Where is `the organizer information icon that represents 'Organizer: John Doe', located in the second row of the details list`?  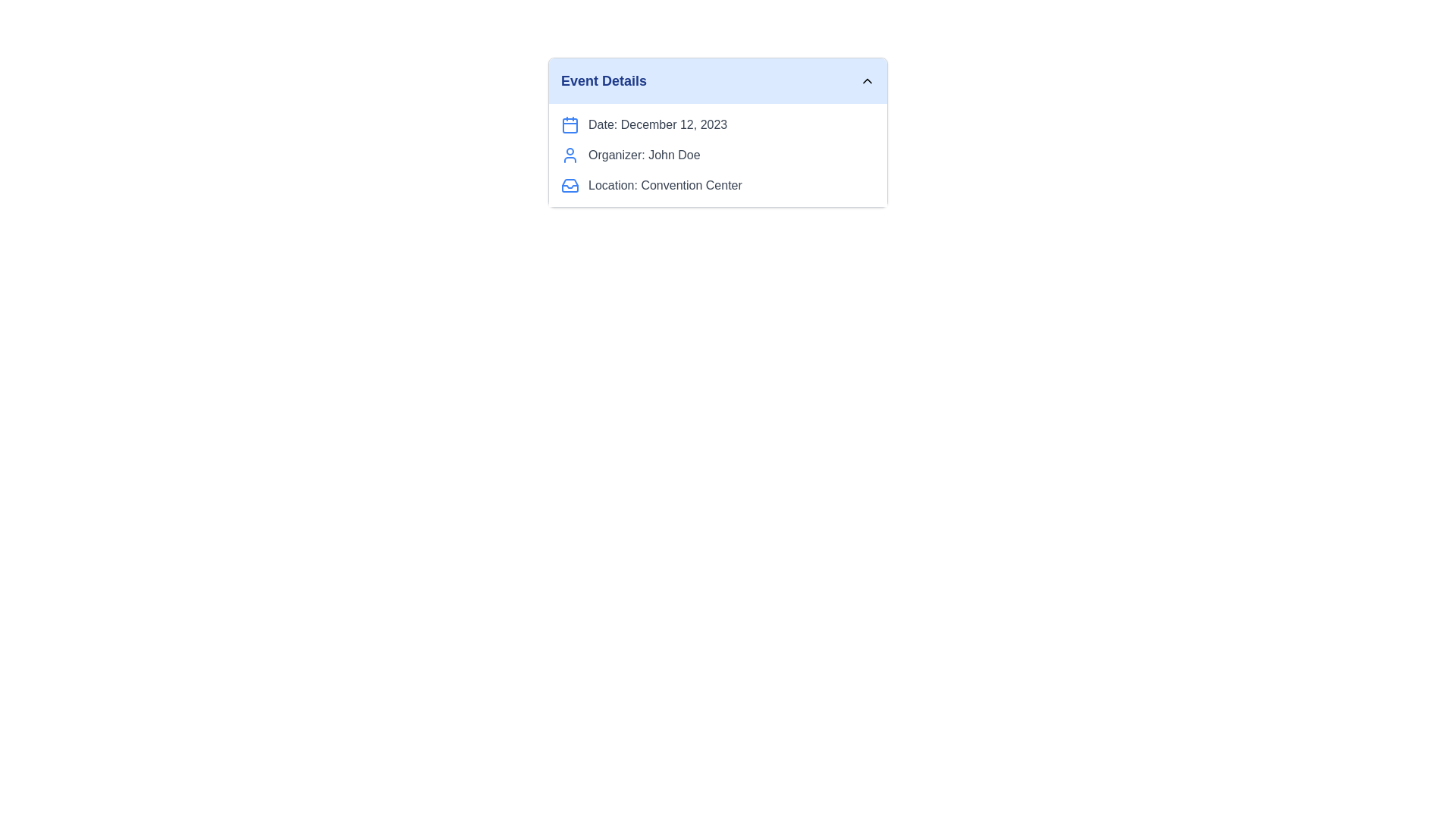
the organizer information icon that represents 'Organizer: John Doe', located in the second row of the details list is located at coordinates (570, 155).